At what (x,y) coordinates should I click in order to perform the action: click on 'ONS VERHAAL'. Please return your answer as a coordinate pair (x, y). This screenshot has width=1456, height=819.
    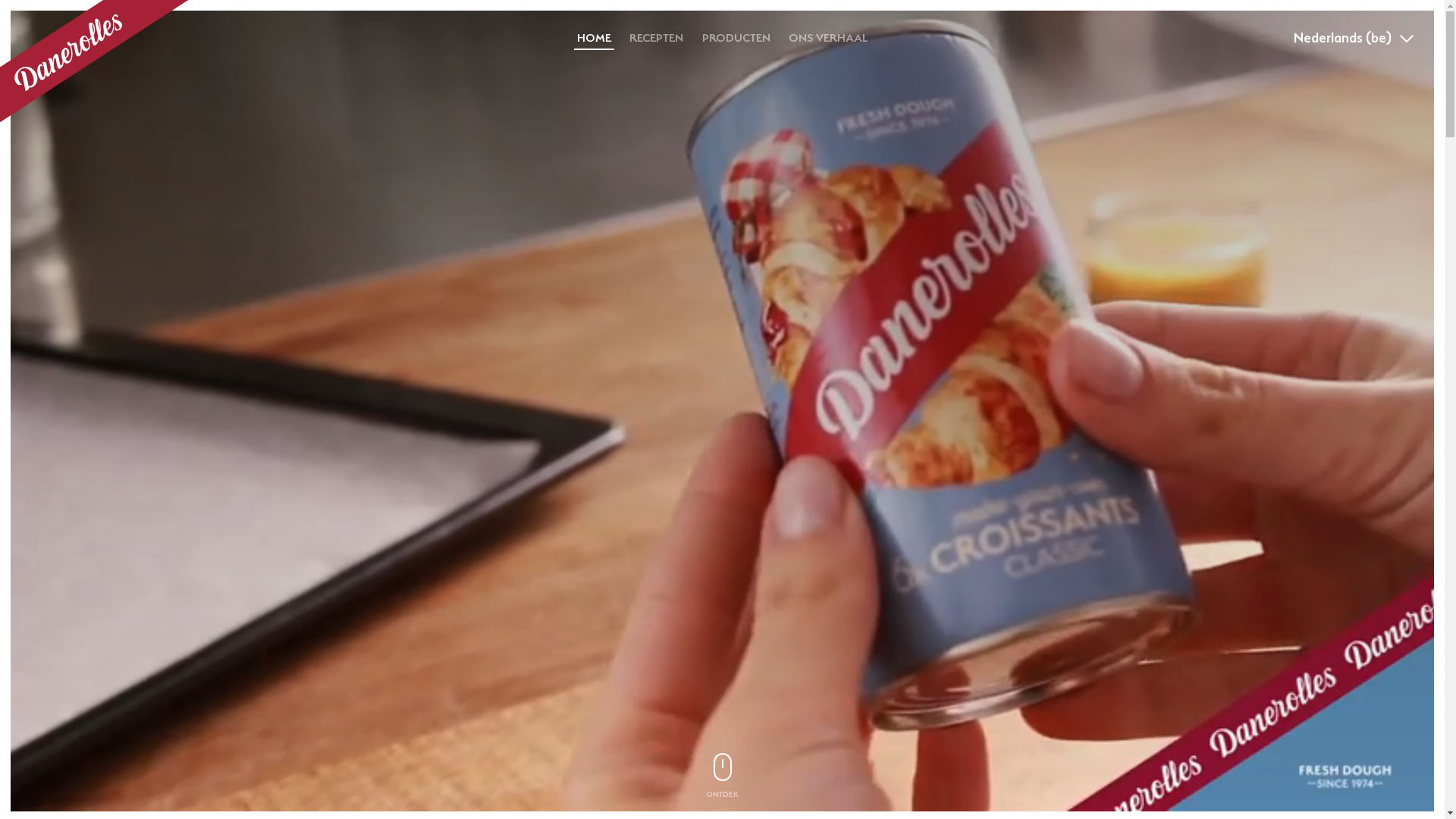
    Looking at the image, I should click on (827, 37).